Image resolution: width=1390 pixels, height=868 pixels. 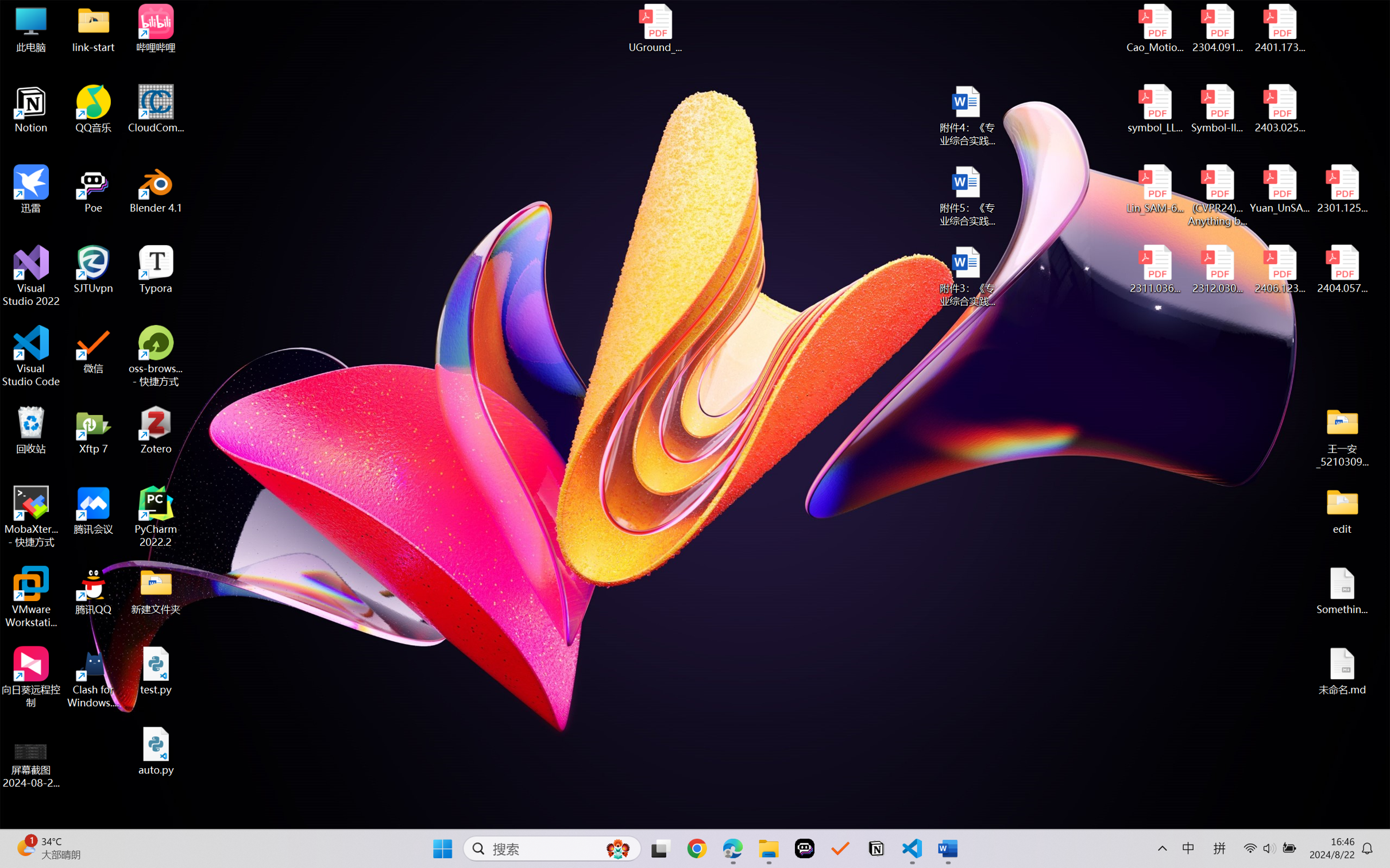 What do you see at coordinates (94, 269) in the screenshot?
I see `'SJTUvpn'` at bounding box center [94, 269].